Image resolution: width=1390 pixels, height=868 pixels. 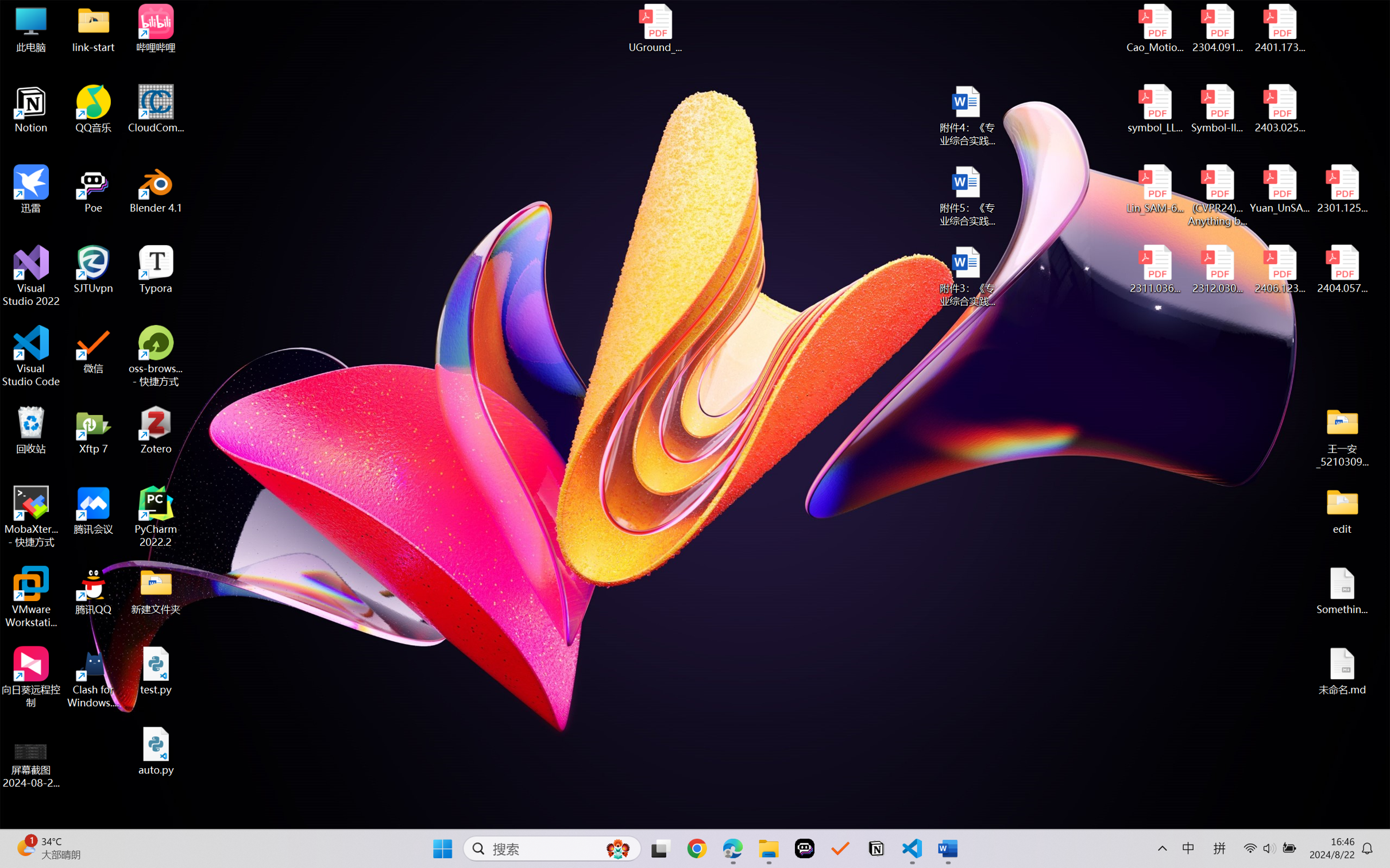 What do you see at coordinates (94, 269) in the screenshot?
I see `'SJTUvpn'` at bounding box center [94, 269].